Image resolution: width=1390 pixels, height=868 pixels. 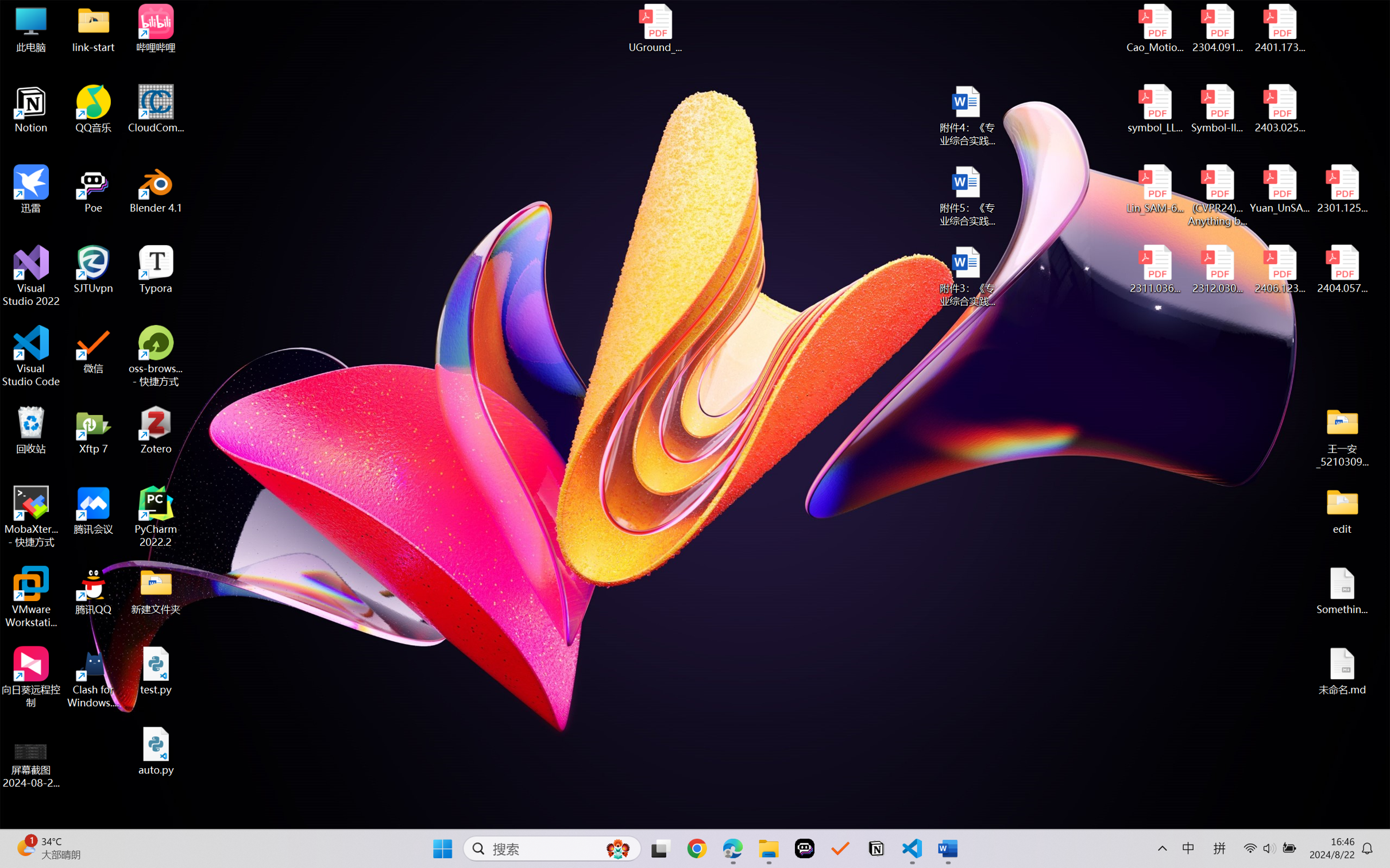 What do you see at coordinates (94, 269) in the screenshot?
I see `'SJTUvpn'` at bounding box center [94, 269].